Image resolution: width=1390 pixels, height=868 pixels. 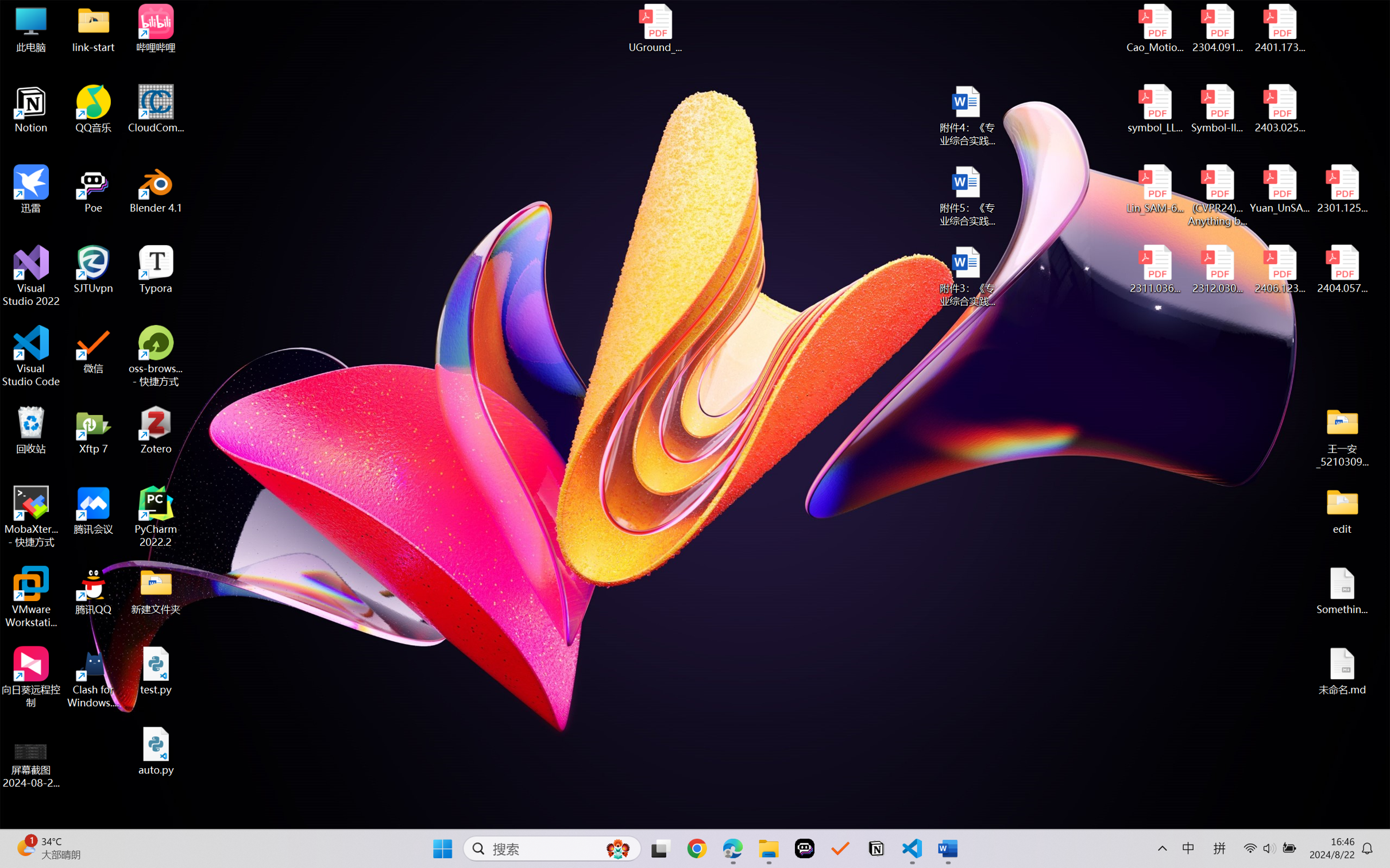 What do you see at coordinates (94, 269) in the screenshot?
I see `'SJTUvpn'` at bounding box center [94, 269].